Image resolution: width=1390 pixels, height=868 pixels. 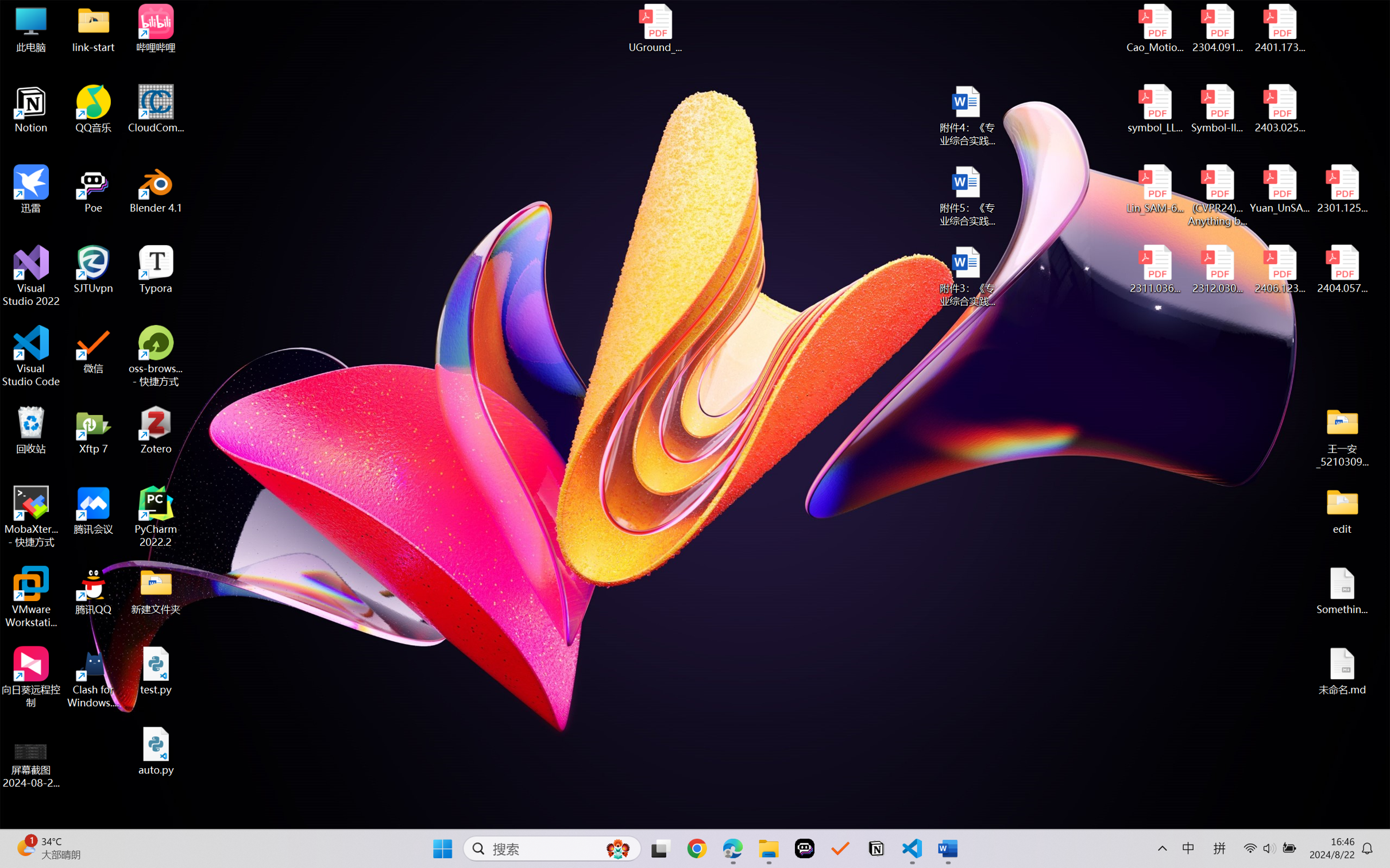 What do you see at coordinates (94, 269) in the screenshot?
I see `'SJTUvpn'` at bounding box center [94, 269].